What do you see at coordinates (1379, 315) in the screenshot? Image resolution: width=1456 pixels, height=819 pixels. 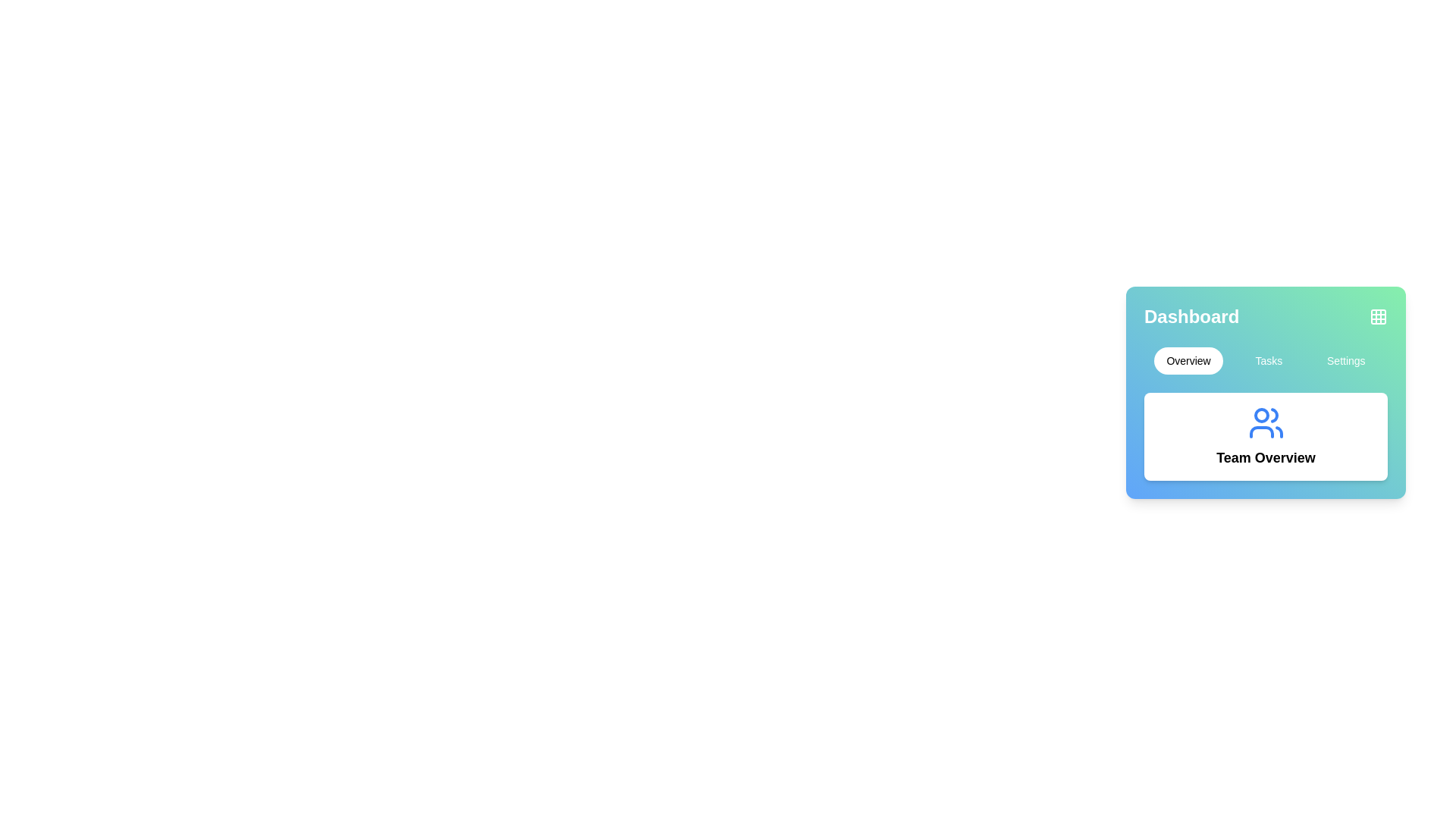 I see `the grid icon button in the upper-right corner of the Dashboard panel` at bounding box center [1379, 315].